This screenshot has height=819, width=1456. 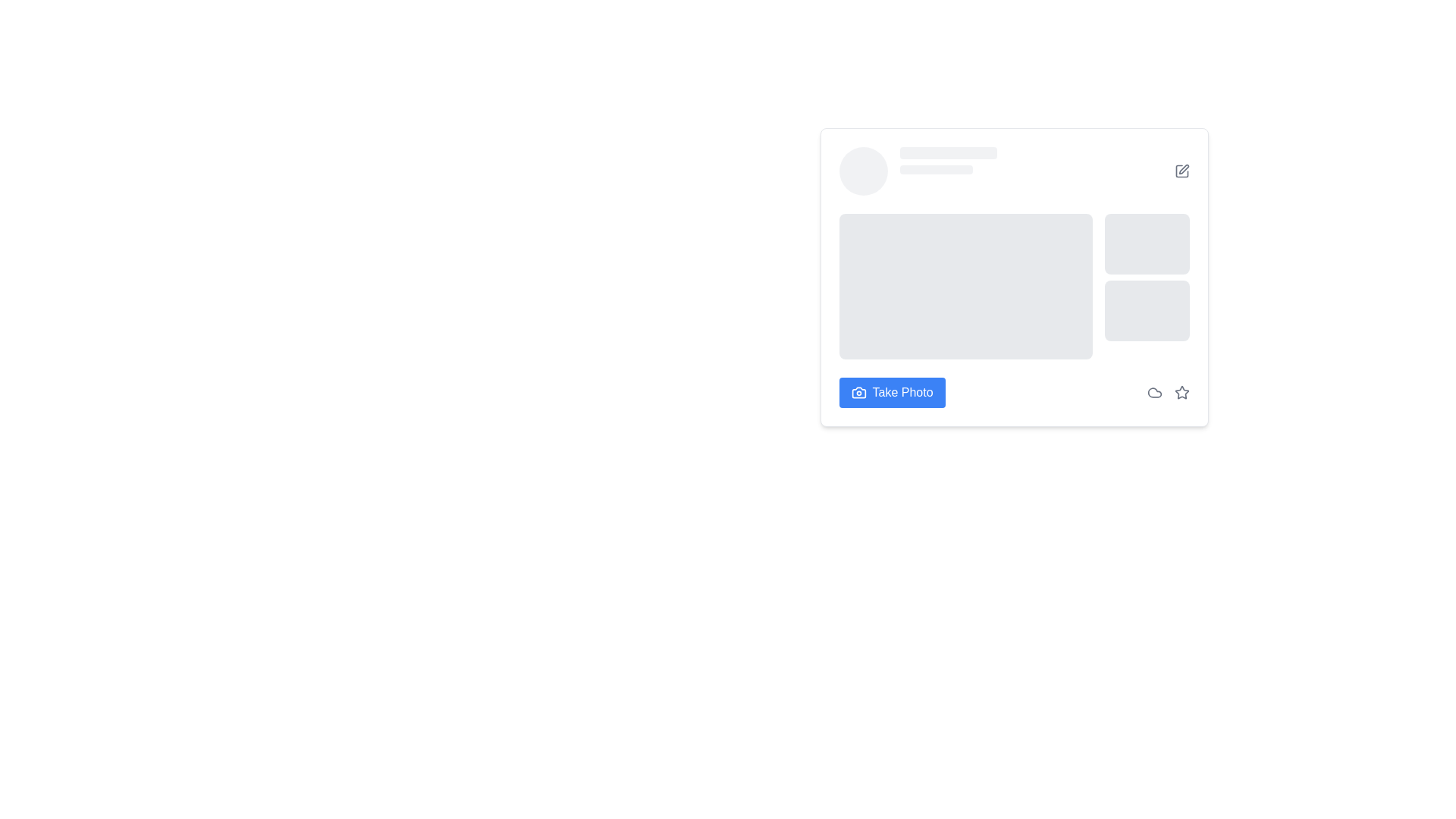 I want to click on the cloud icon in the icon group located at the bottom right corner of the interface, so click(x=1167, y=391).